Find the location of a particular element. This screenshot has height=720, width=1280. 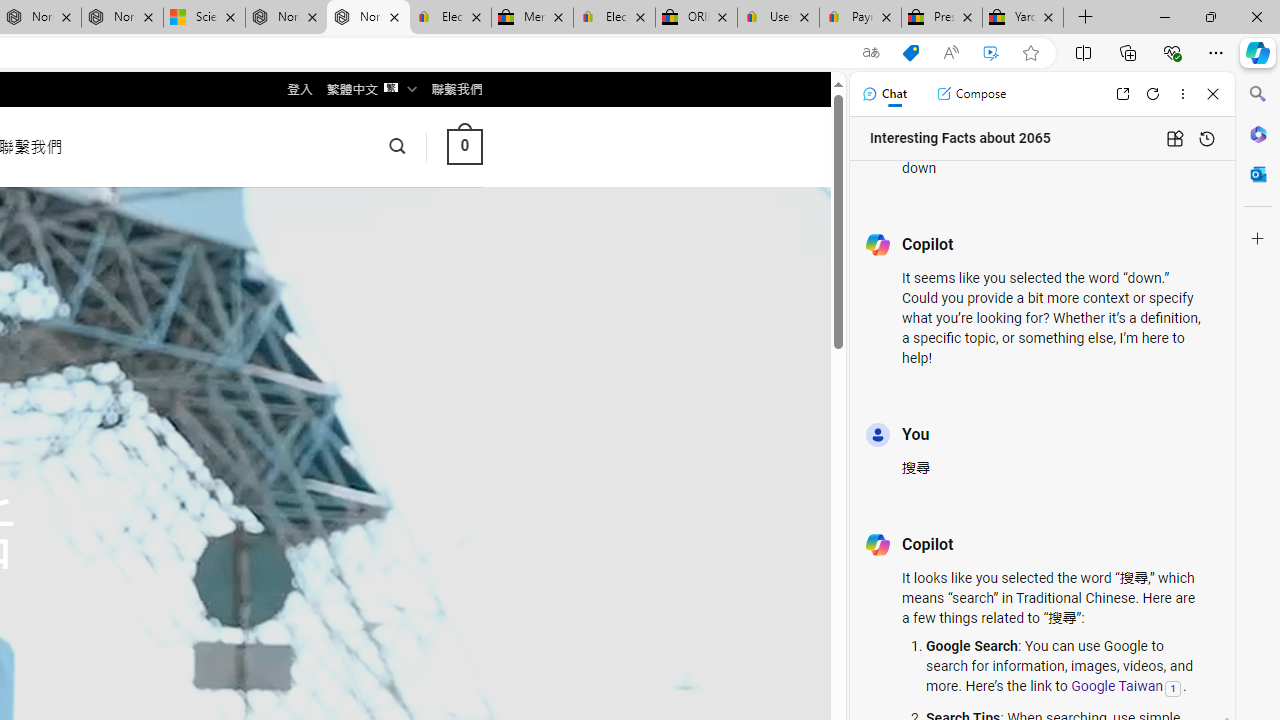

'Payments Terms of Use | eBay.com' is located at coordinates (860, 17).